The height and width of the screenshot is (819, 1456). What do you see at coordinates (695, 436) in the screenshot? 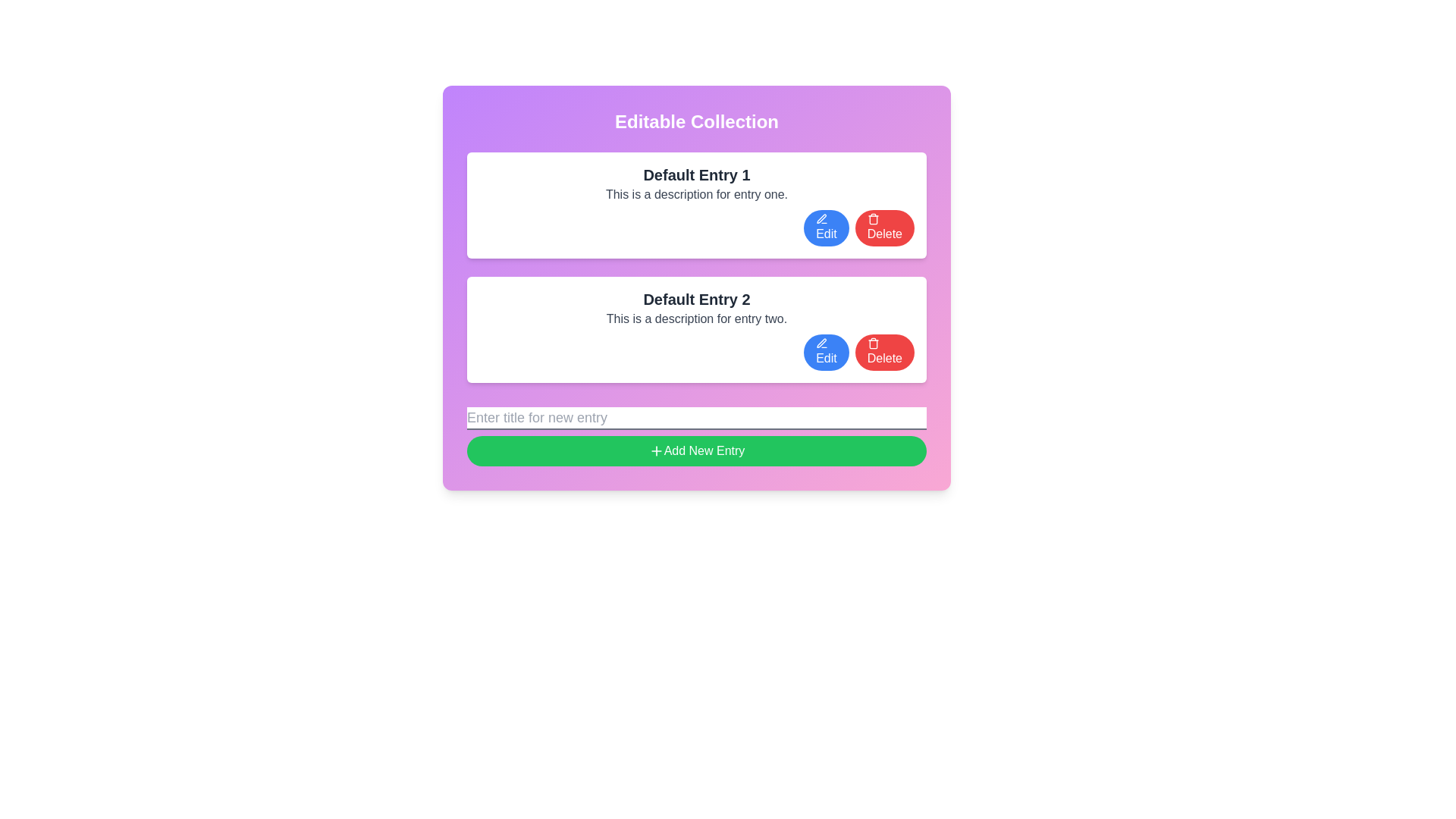
I see `the button for adding a user-defined entry to the list` at bounding box center [695, 436].